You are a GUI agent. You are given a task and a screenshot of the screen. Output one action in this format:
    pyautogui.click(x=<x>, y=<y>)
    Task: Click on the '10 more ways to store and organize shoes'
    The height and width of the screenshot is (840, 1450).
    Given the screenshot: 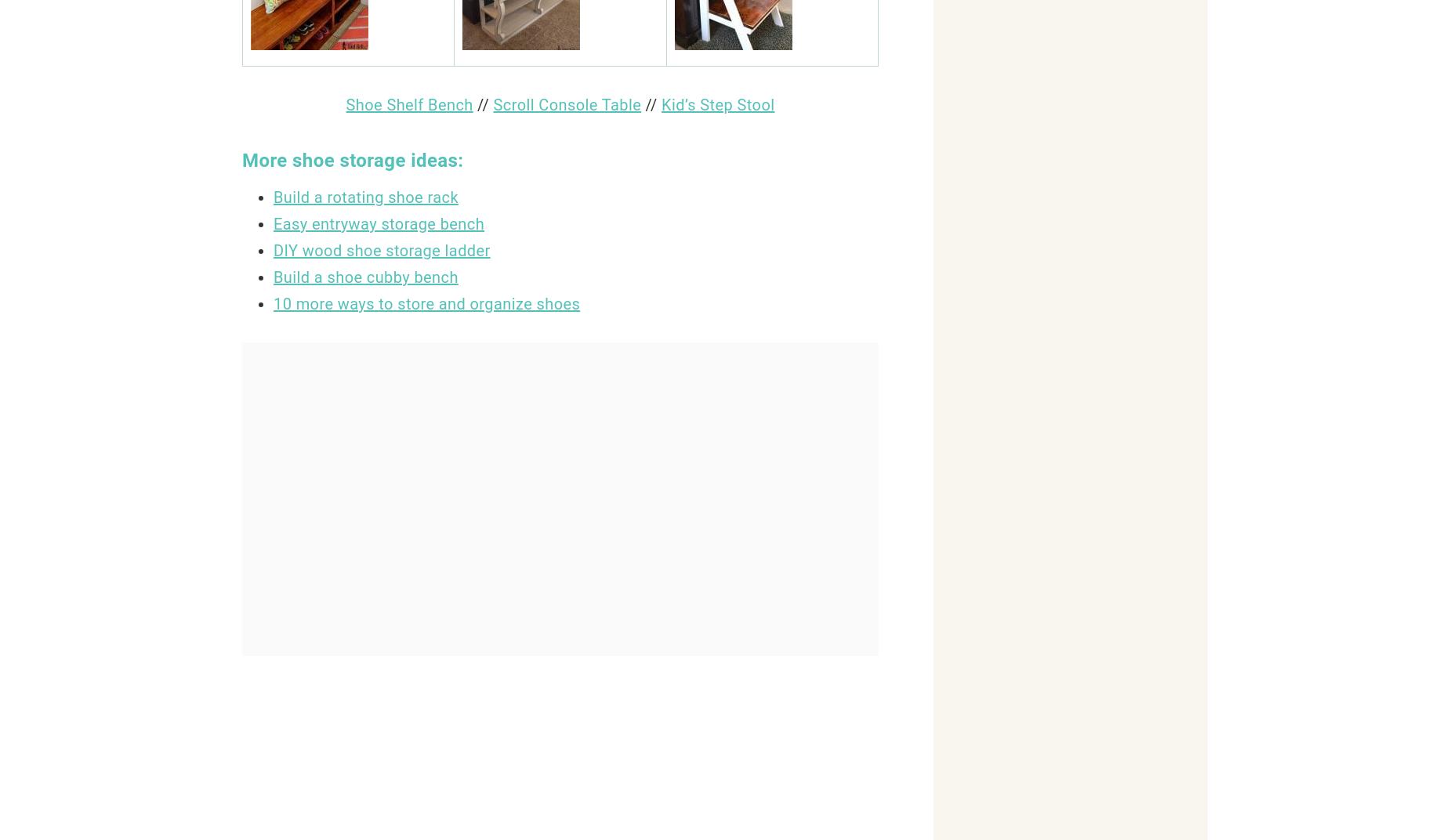 What is the action you would take?
    pyautogui.click(x=426, y=303)
    